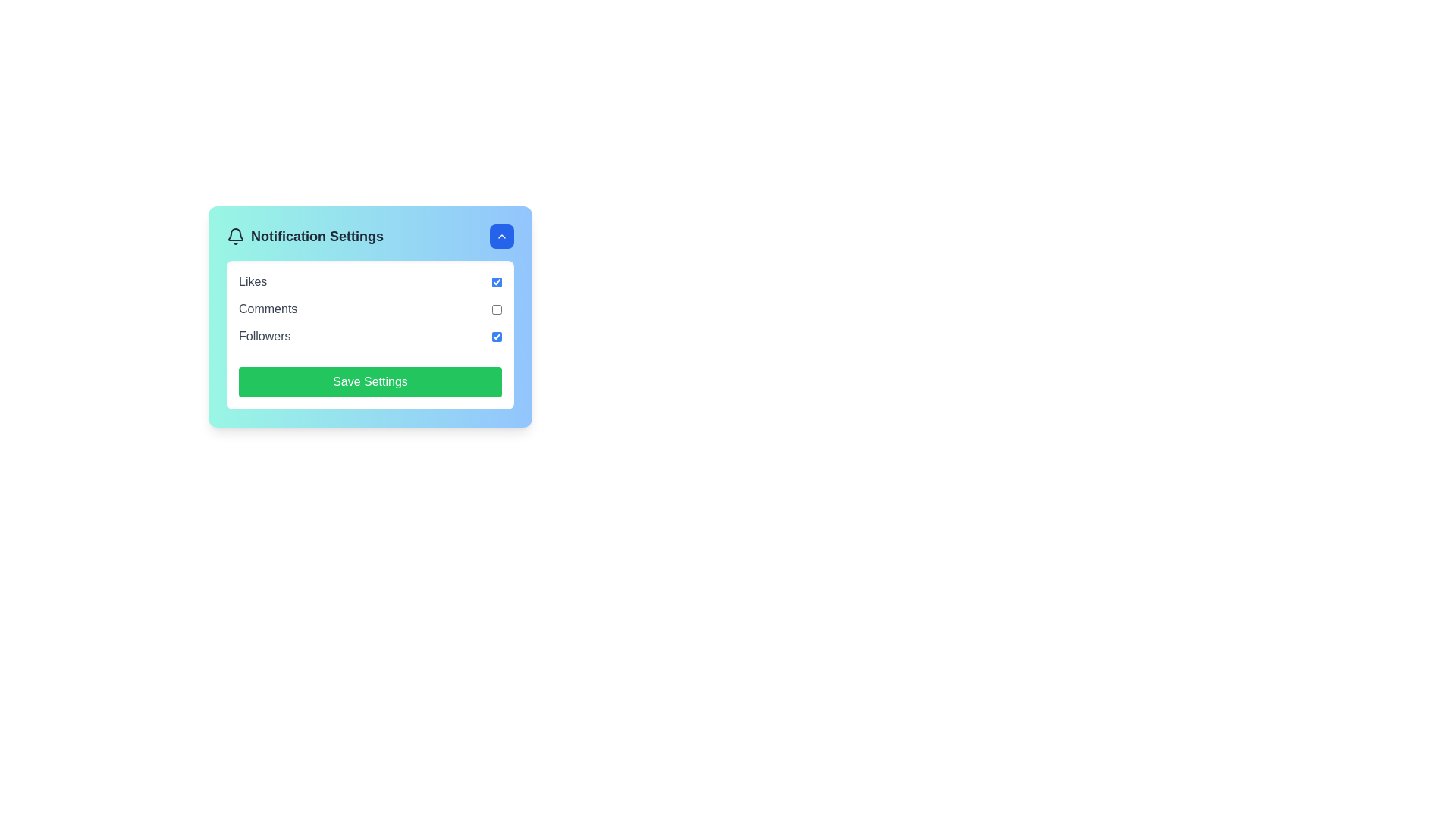 The height and width of the screenshot is (819, 1456). Describe the element at coordinates (265, 335) in the screenshot. I see `text of the third Text Label in the vertical list within the settings panel, which serves as a label for the associated checkbox located directly below the 'Comments' label` at that location.